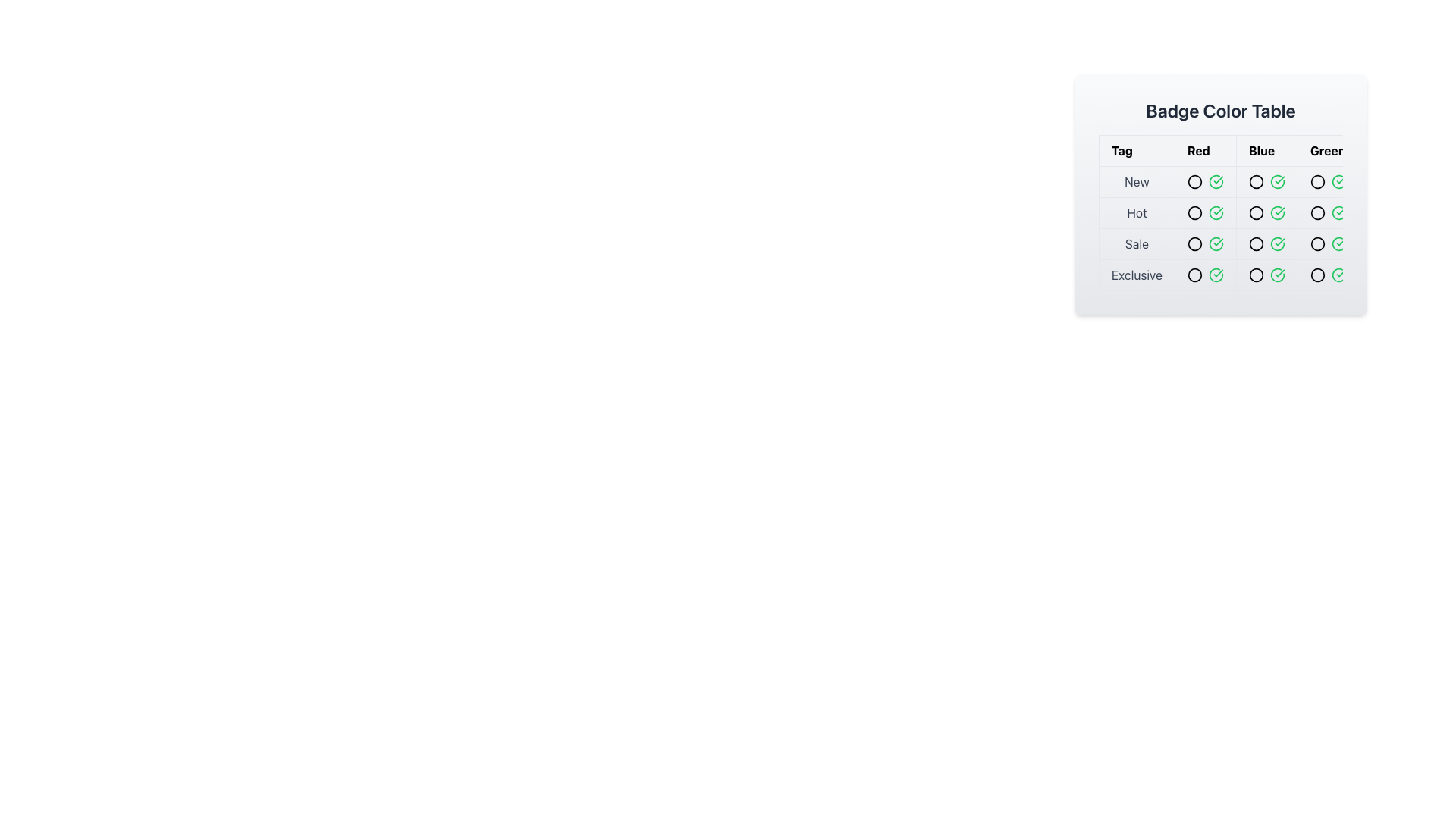  Describe the element at coordinates (1266, 213) in the screenshot. I see `the combined visual indicators representing the status in the 'Blue' category for the 'Hot' row` at that location.